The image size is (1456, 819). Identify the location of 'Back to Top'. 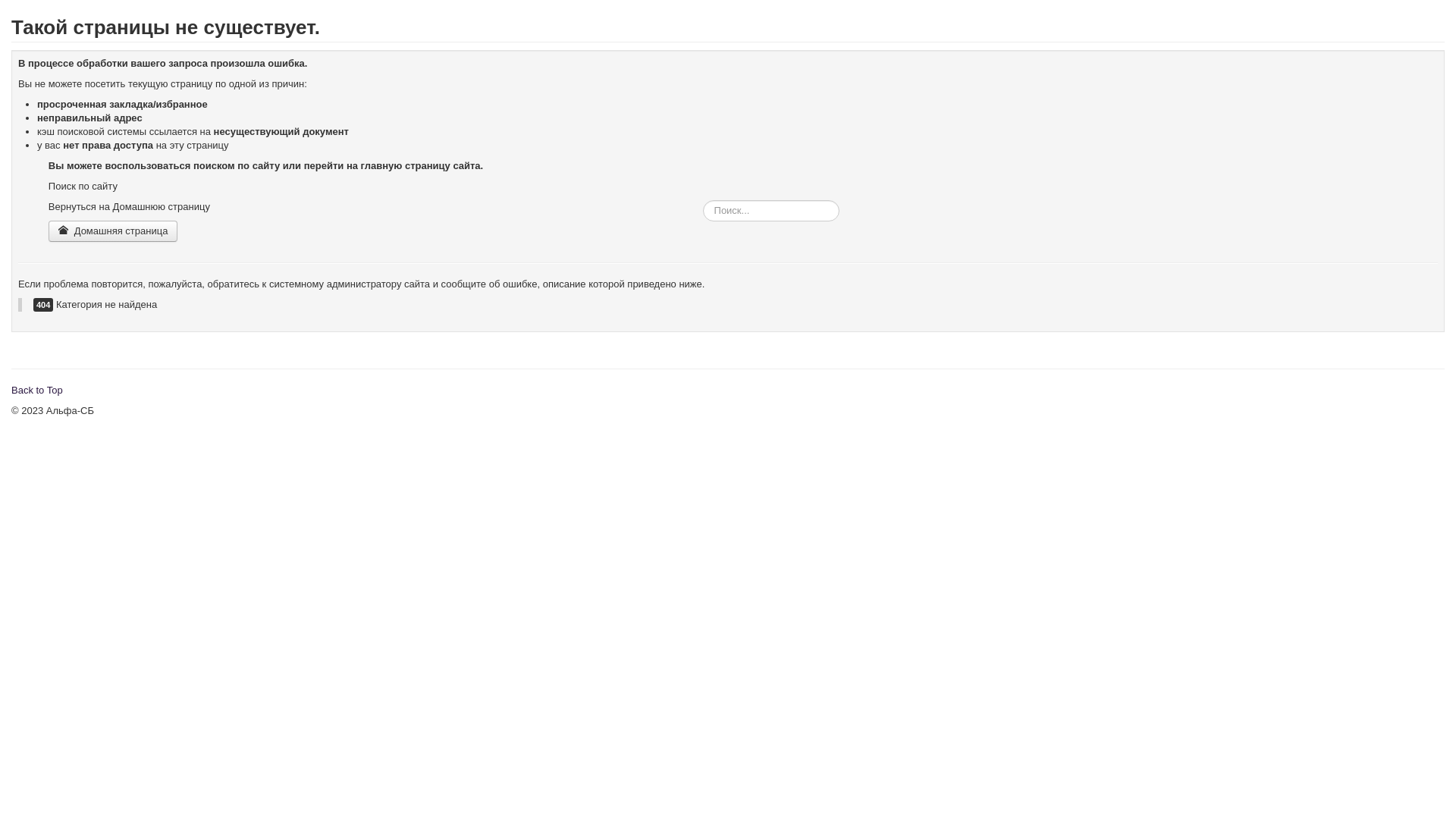
(11, 389).